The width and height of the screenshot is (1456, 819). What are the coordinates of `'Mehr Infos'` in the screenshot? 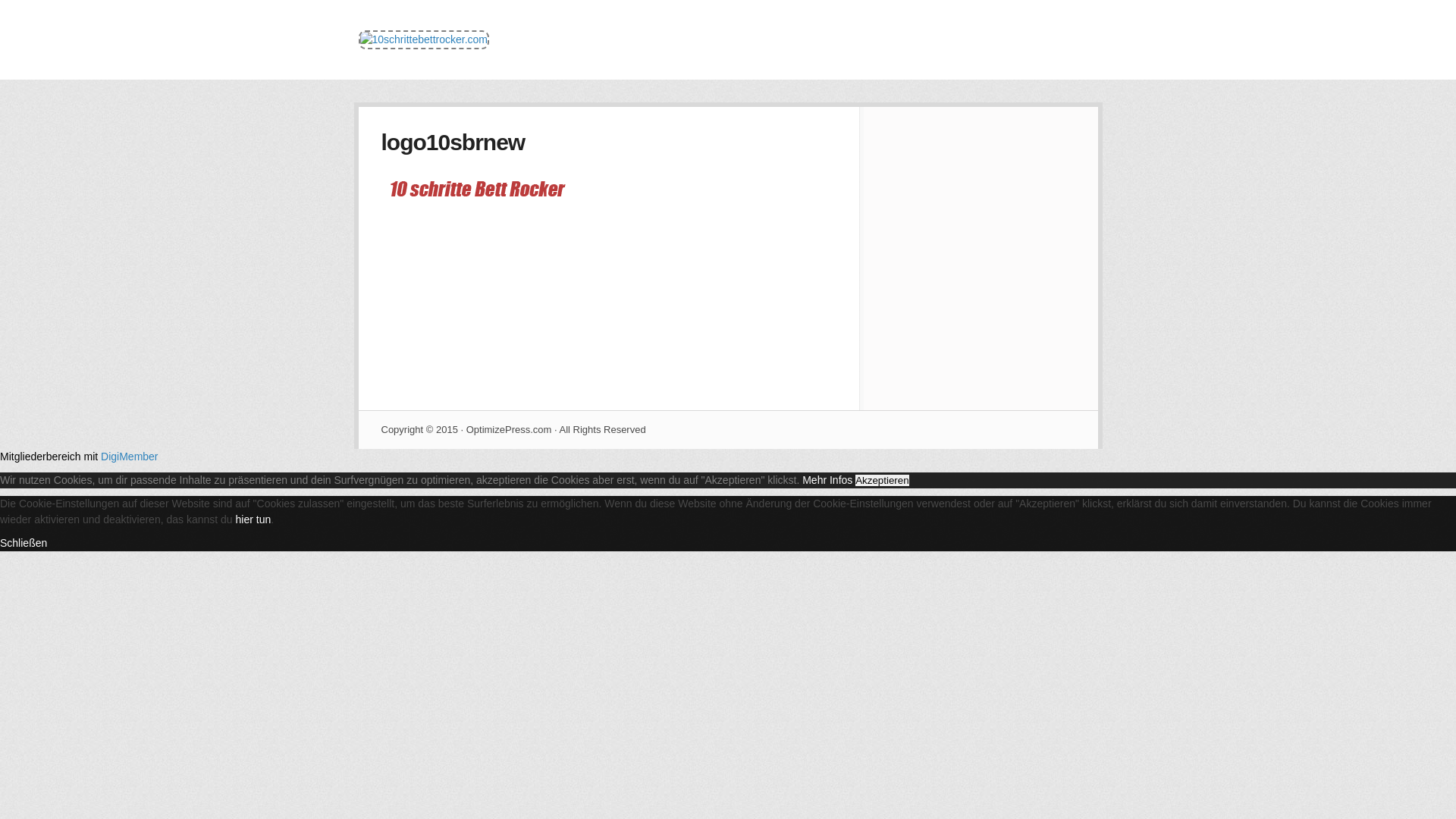 It's located at (826, 479).